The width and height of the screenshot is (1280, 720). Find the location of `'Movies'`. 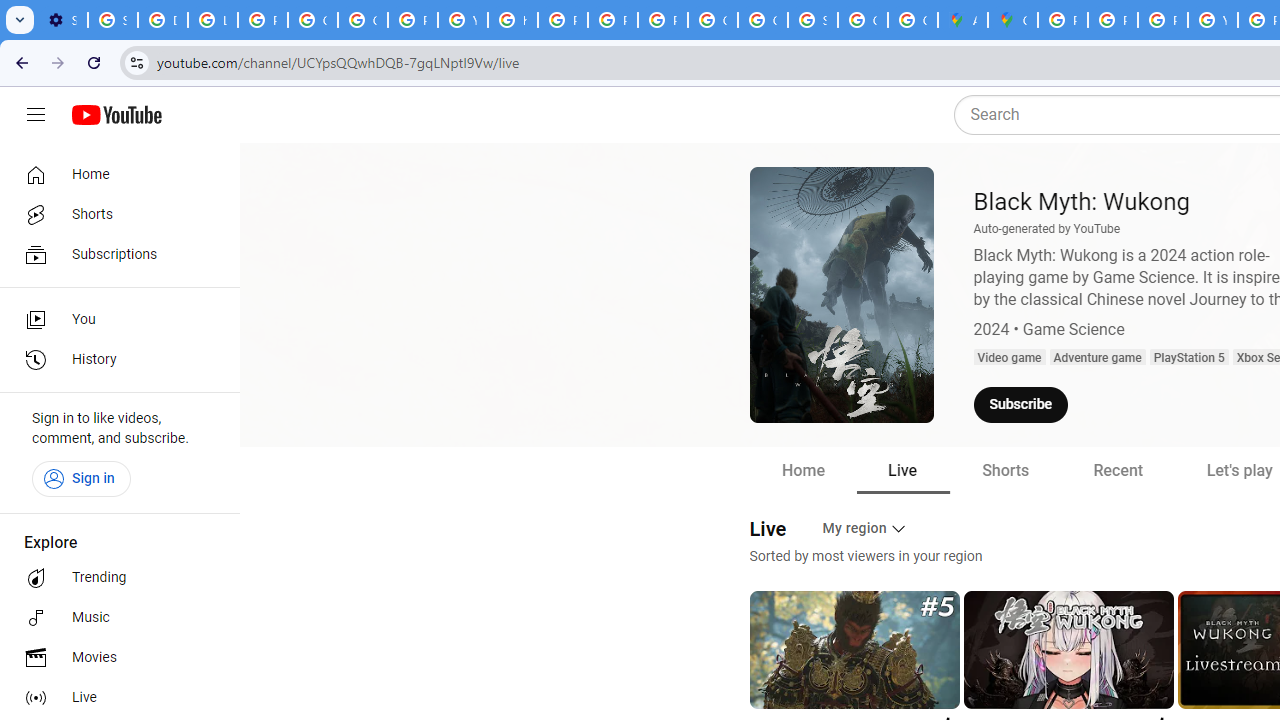

'Movies' is located at coordinates (112, 658).